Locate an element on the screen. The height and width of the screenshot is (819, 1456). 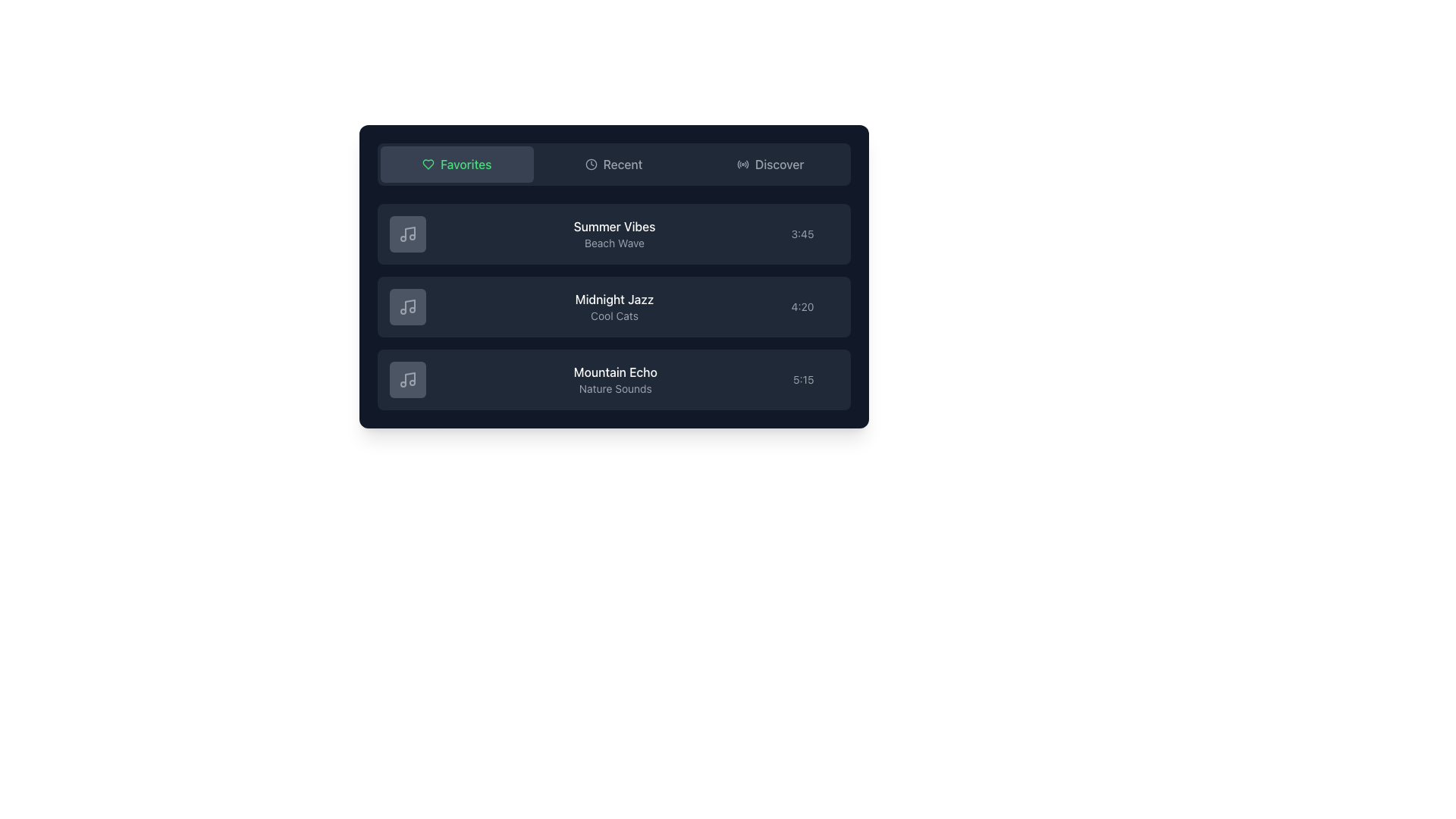
text content of the text label displaying 'Beach Wave', which is aligned beneath the larger text 'Summer Vibes' is located at coordinates (614, 242).